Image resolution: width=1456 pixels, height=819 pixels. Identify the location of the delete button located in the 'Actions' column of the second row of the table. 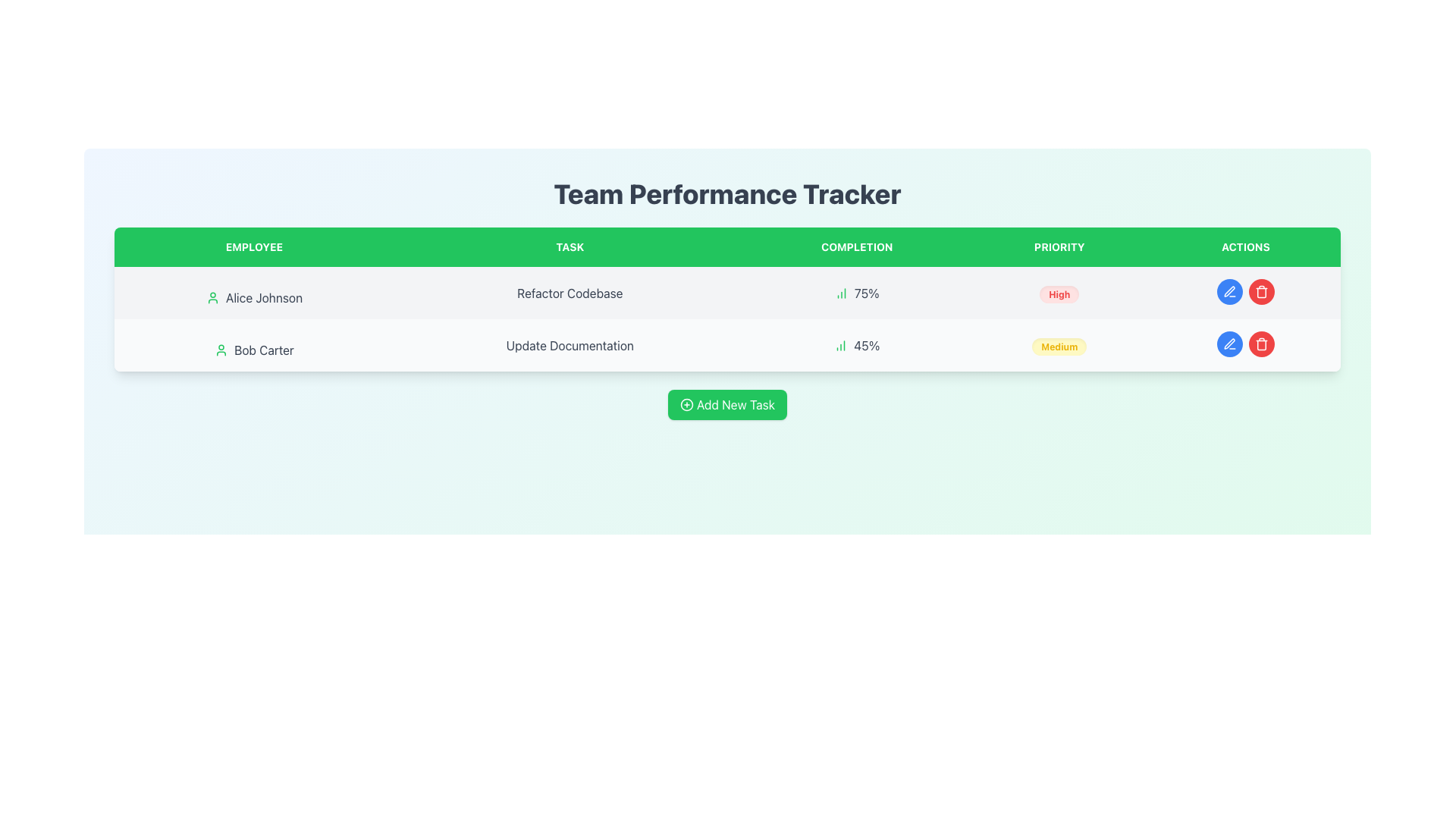
(1261, 344).